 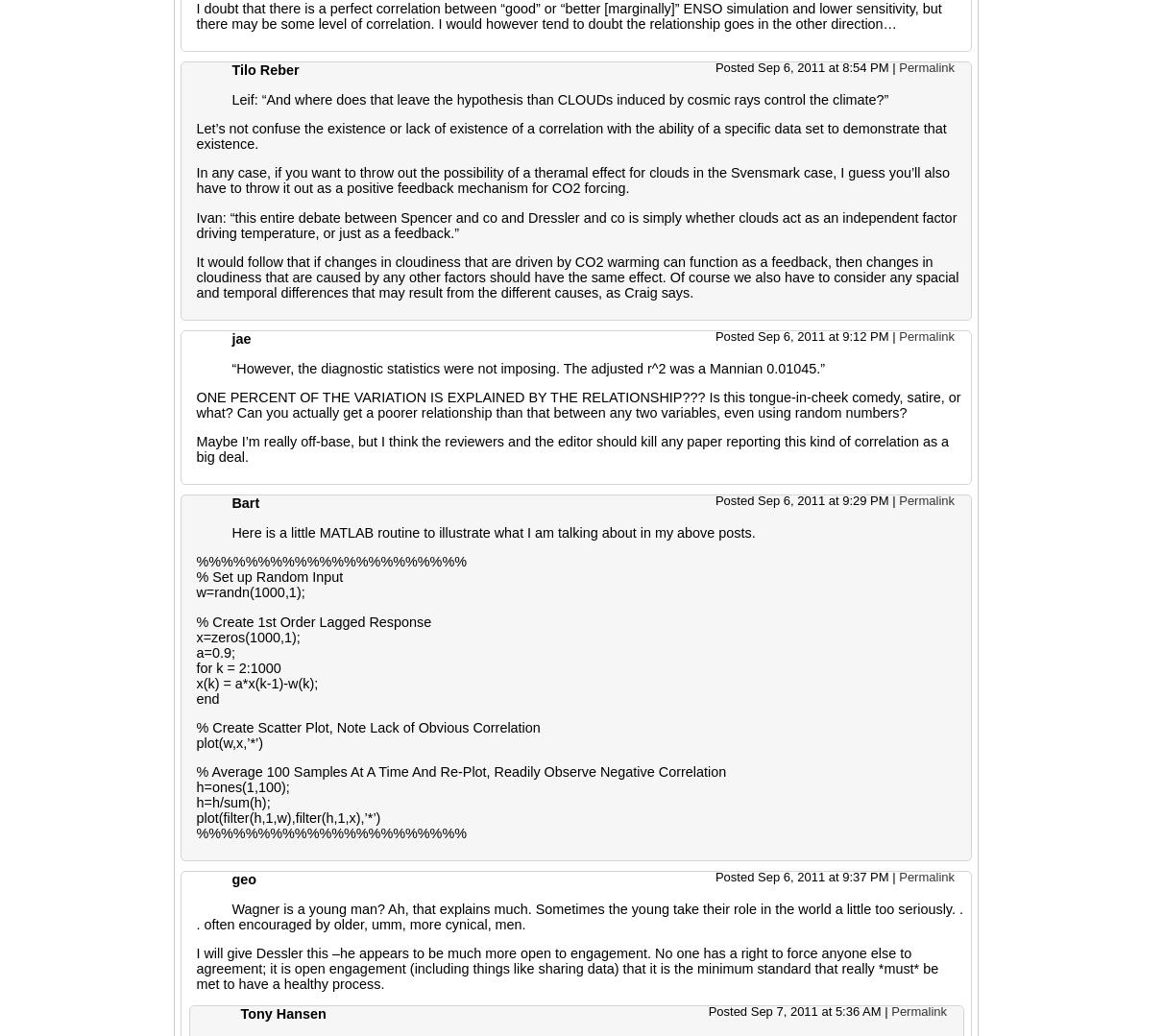 What do you see at coordinates (194, 817) in the screenshot?
I see `'plot(filter(h,1,w),filter(h,1,x),’*’)'` at bounding box center [194, 817].